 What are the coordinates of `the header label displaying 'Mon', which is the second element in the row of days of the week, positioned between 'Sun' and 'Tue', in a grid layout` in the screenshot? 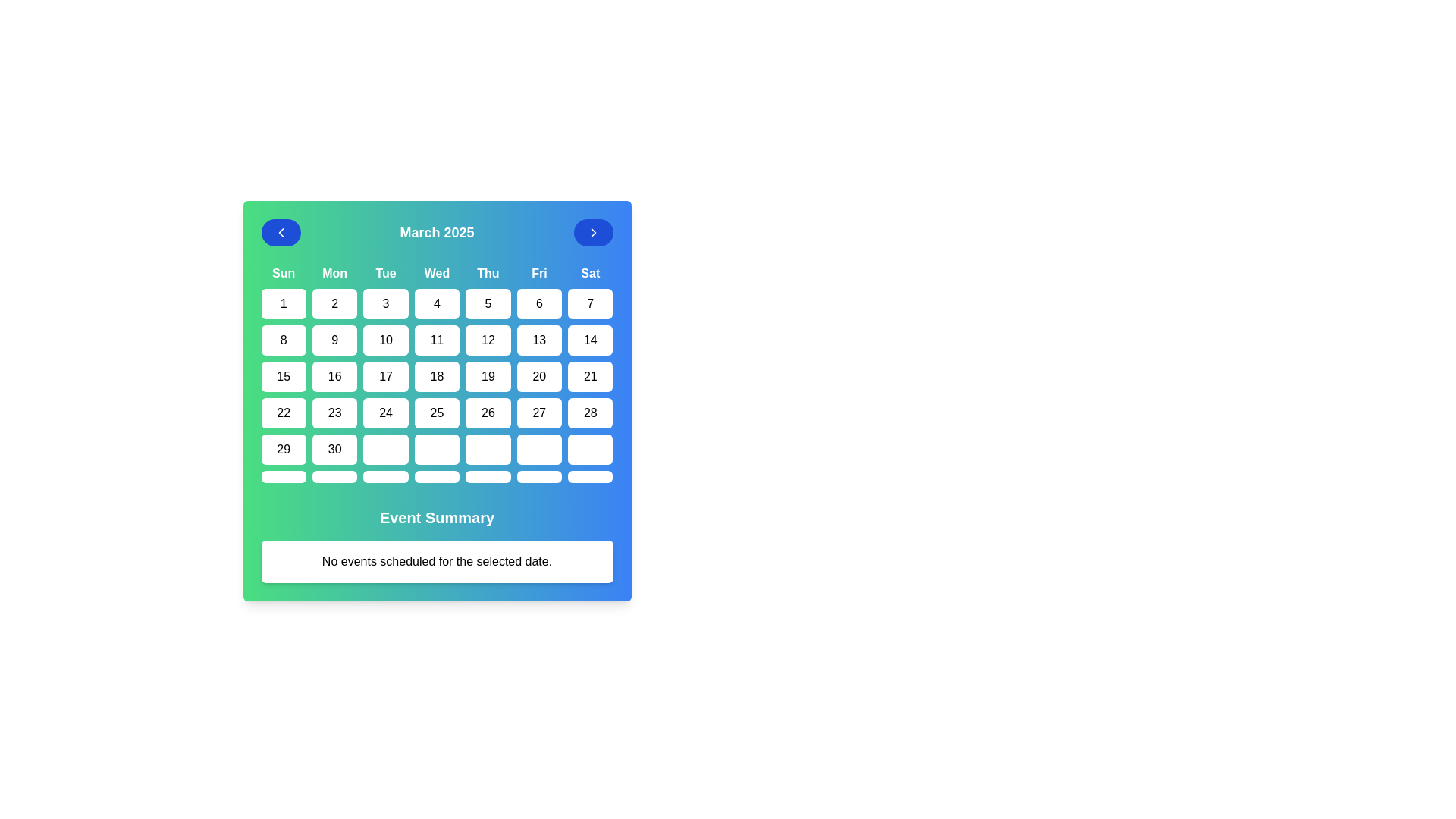 It's located at (334, 274).